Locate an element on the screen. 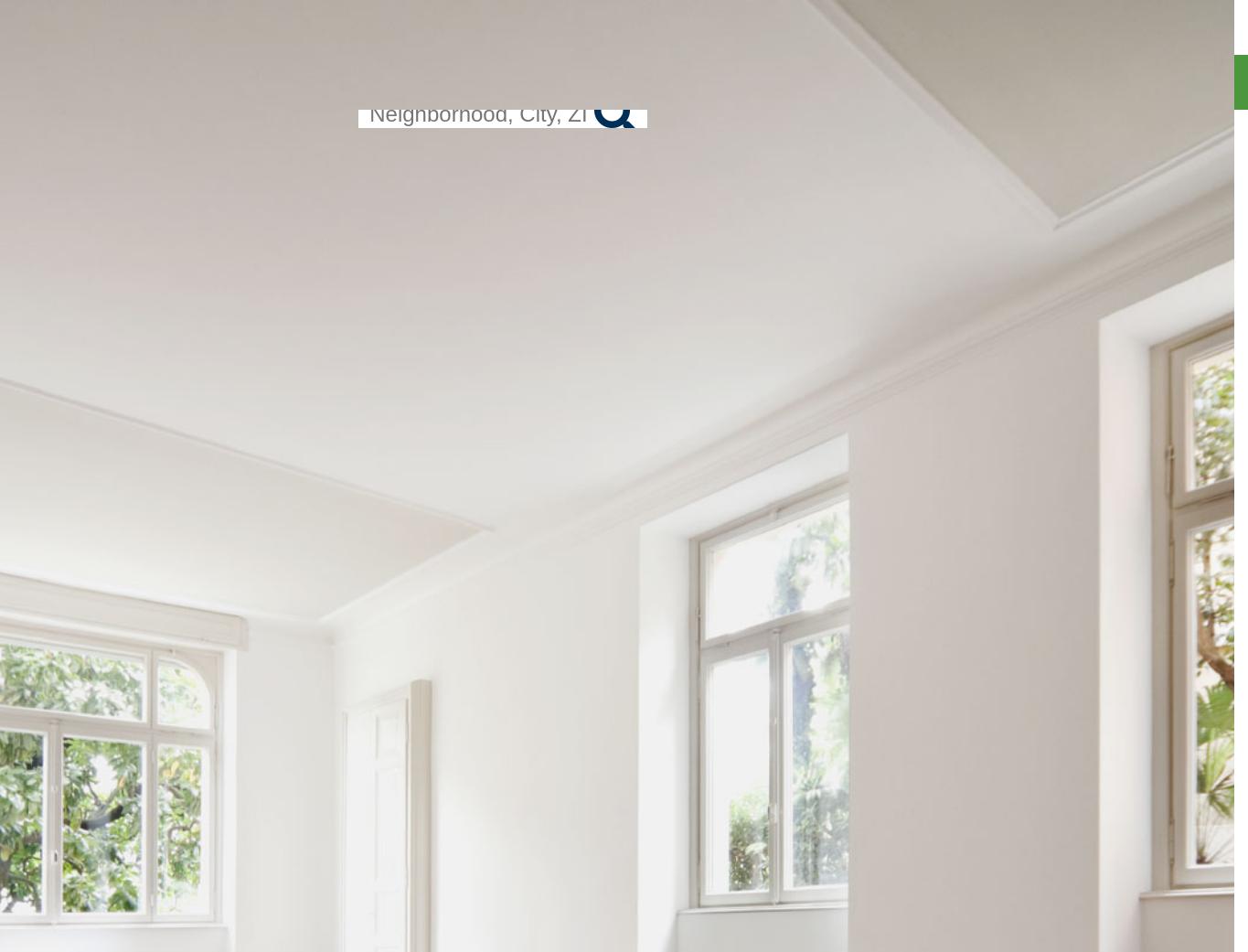 The image size is (1248, 952). 'PROPERTIES' is located at coordinates (980, 80).